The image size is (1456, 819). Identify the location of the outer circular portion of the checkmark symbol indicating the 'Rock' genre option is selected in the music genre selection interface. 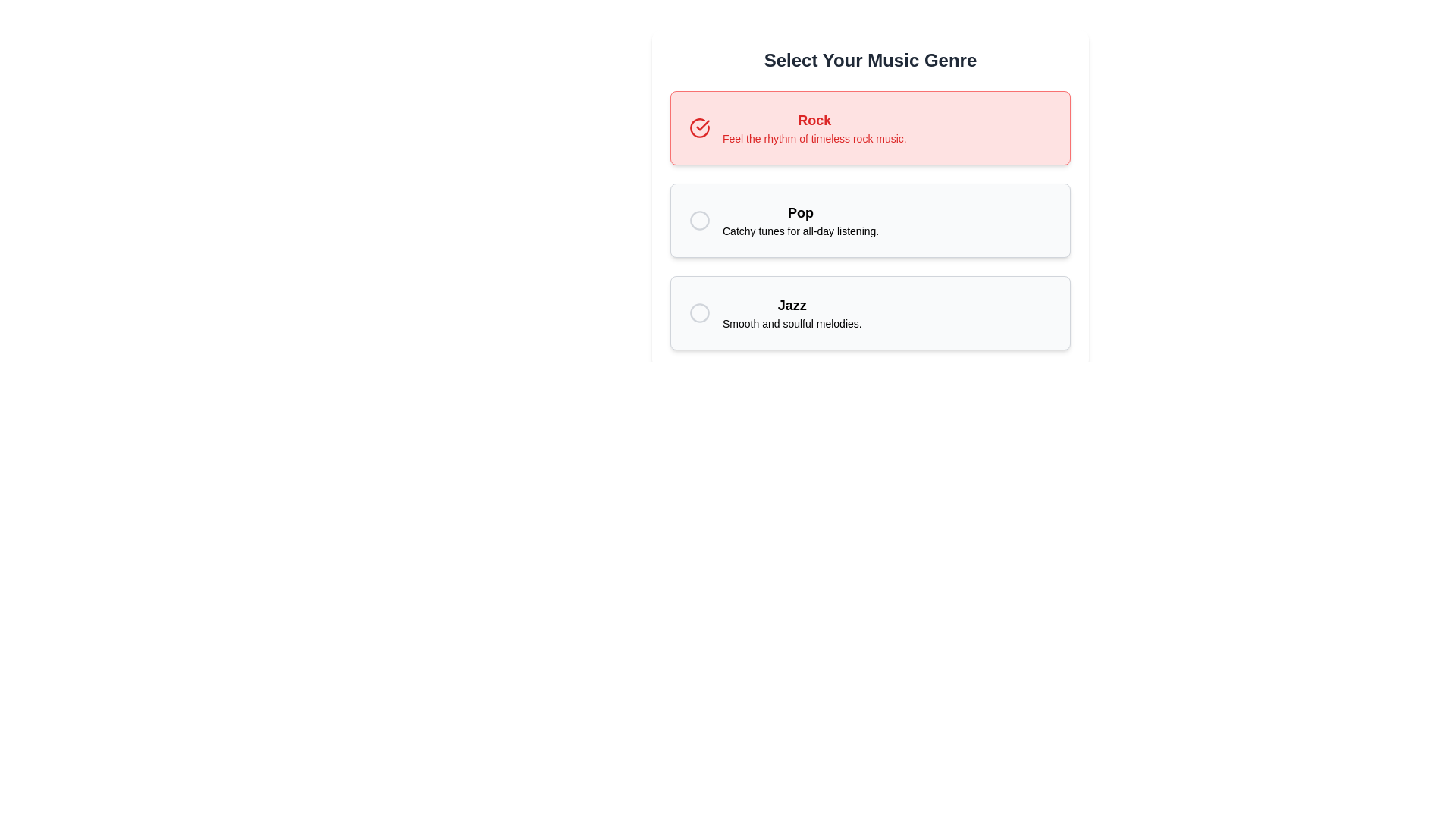
(698, 127).